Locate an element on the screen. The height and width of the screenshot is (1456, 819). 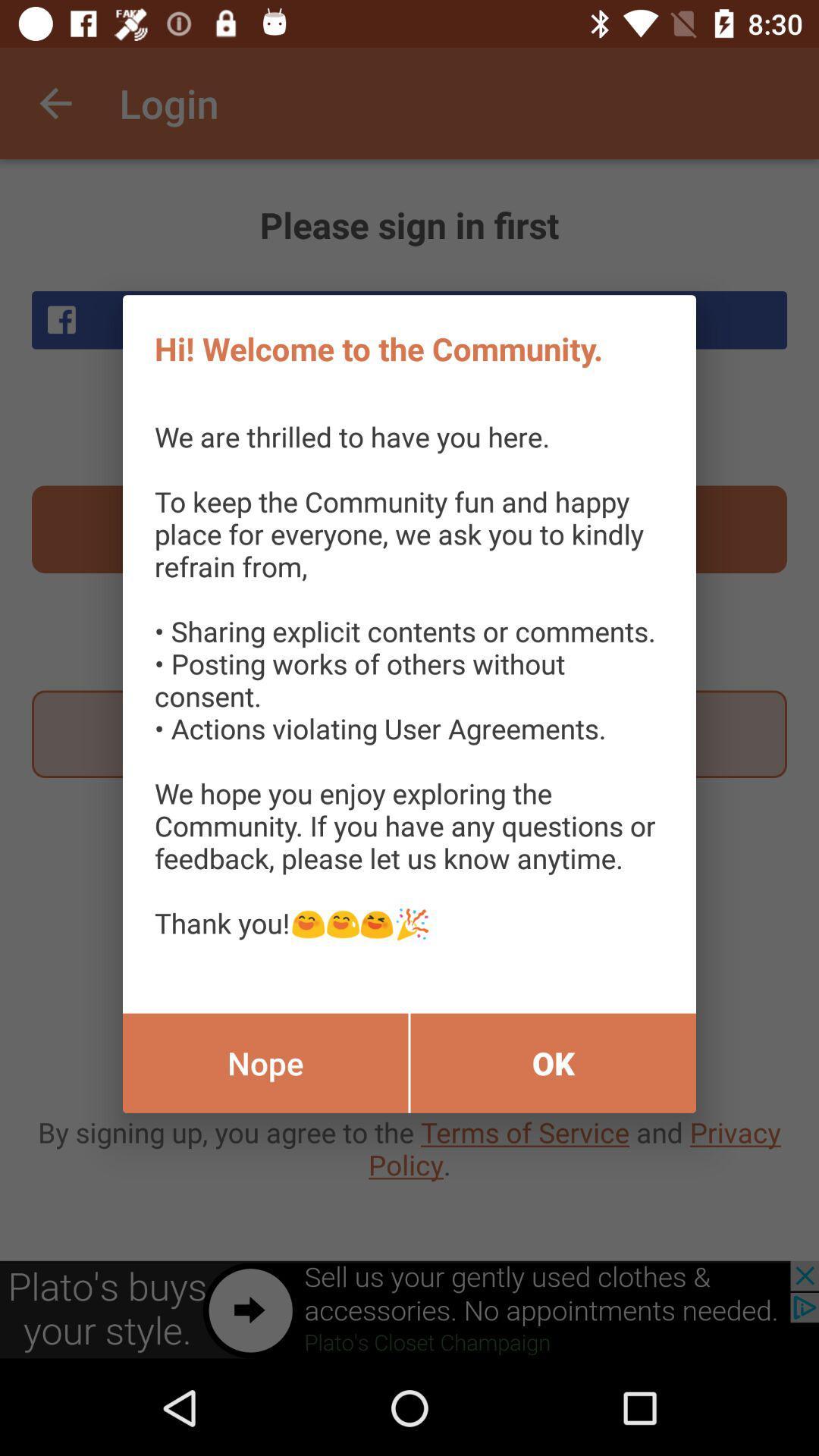
nope icon is located at coordinates (265, 1062).